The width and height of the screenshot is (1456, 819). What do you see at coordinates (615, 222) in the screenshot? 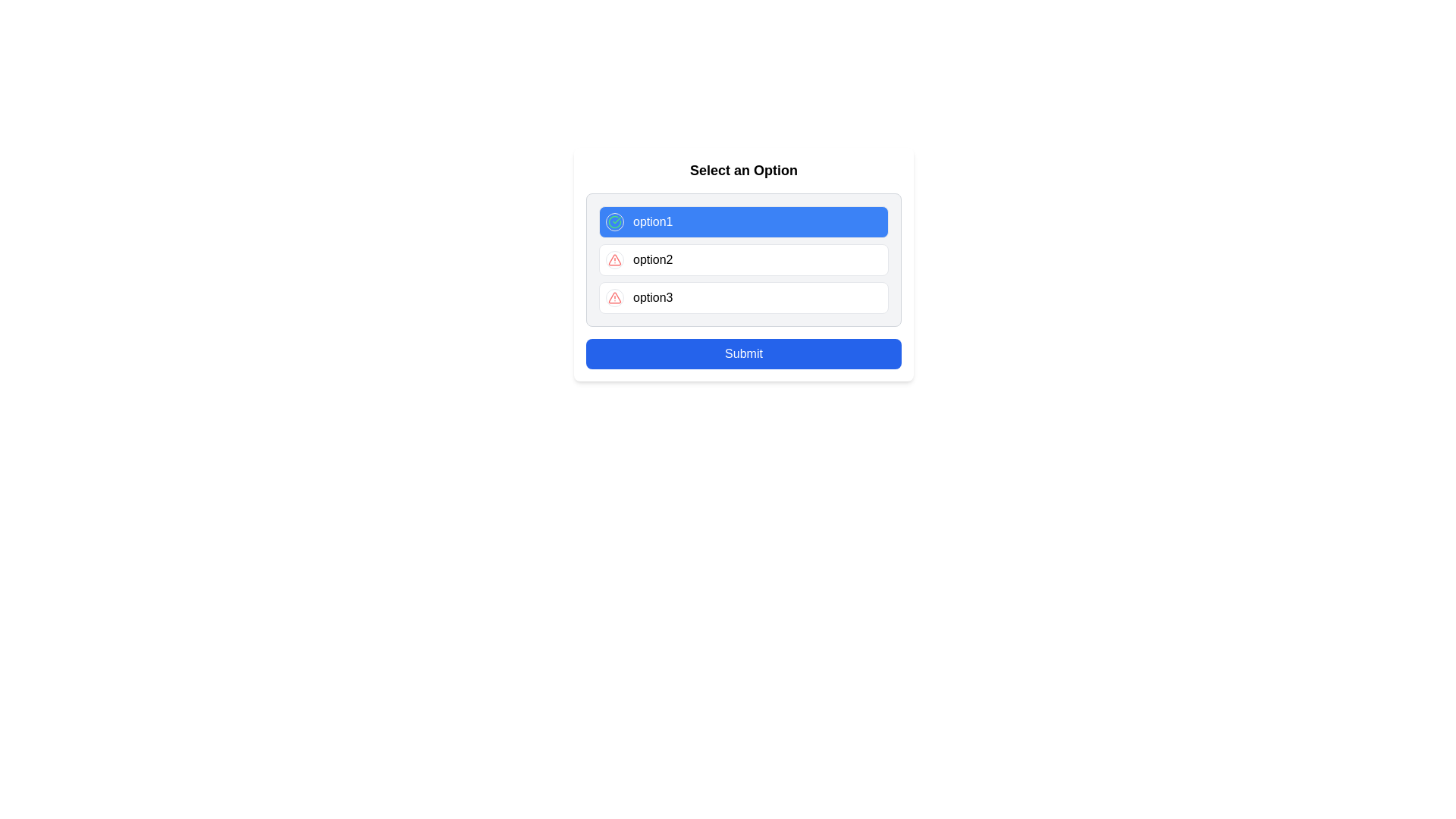
I see `the SVG checkmark icon inside a green circle located to the left of the 'option1' label in the list of options` at bounding box center [615, 222].